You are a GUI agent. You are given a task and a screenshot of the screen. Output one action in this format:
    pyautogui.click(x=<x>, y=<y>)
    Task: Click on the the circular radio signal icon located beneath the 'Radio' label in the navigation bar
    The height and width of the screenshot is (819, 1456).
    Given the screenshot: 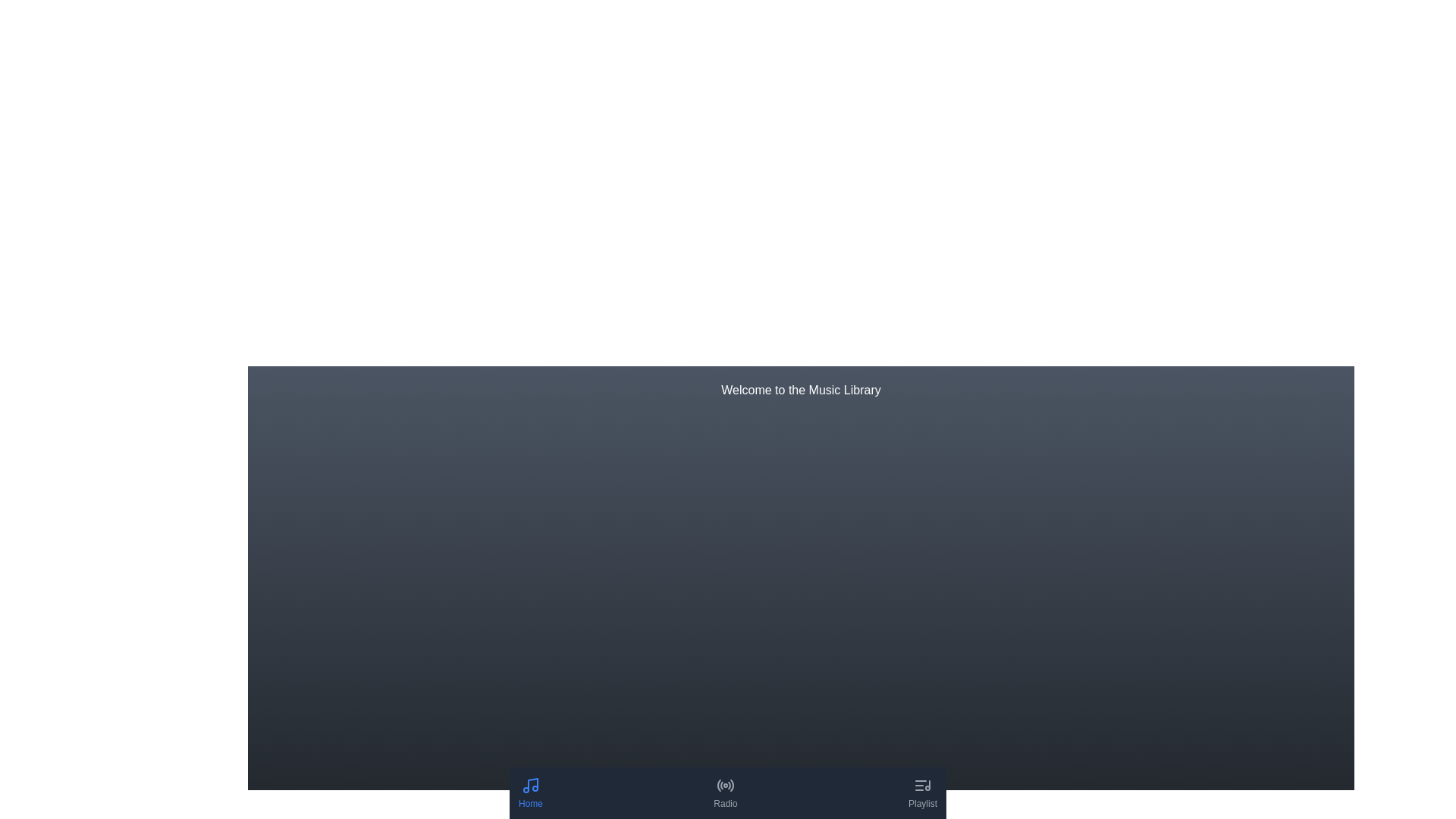 What is the action you would take?
    pyautogui.click(x=724, y=785)
    